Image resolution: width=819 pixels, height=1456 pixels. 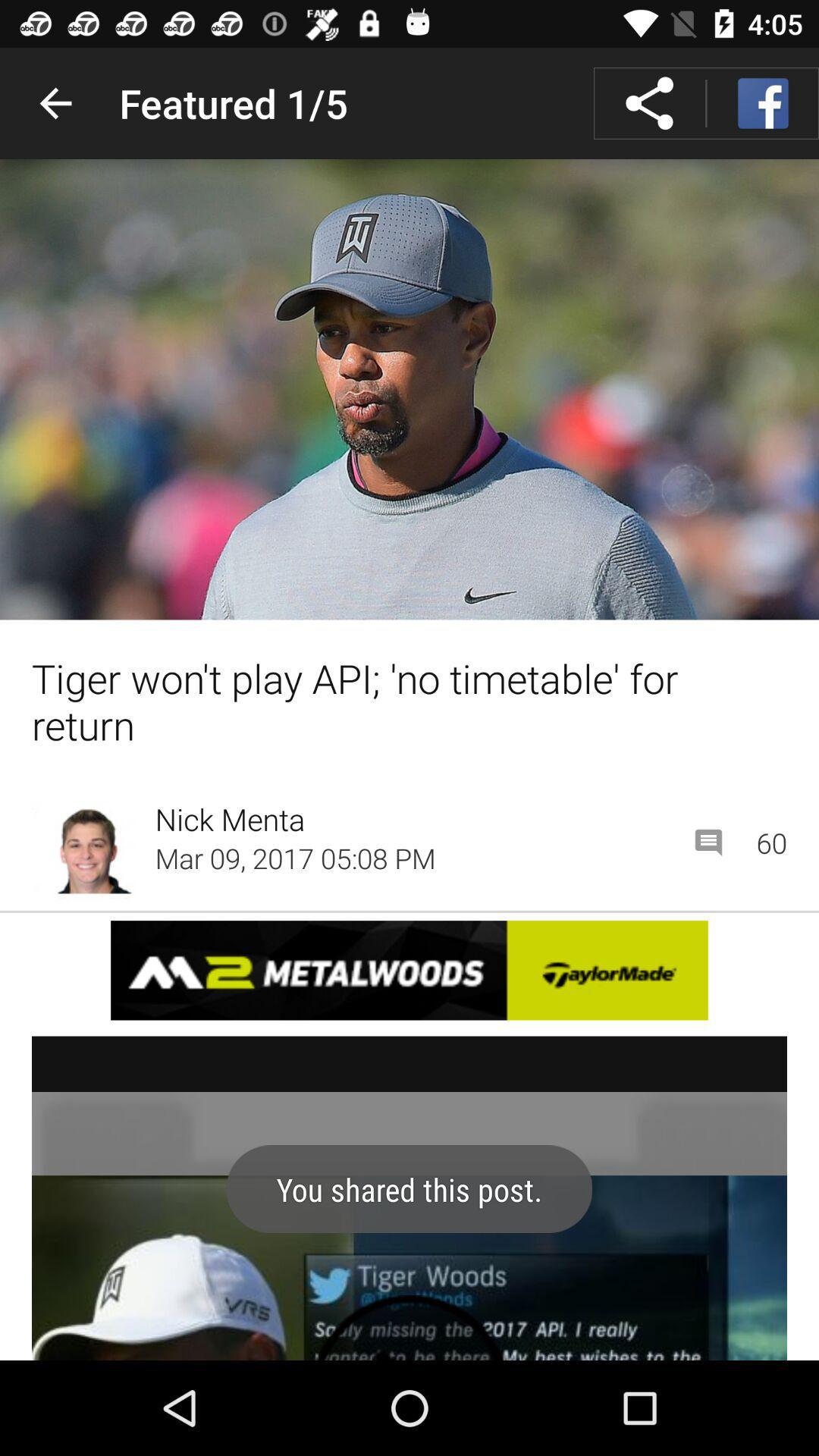 What do you see at coordinates (409, 969) in the screenshot?
I see `advertisement` at bounding box center [409, 969].